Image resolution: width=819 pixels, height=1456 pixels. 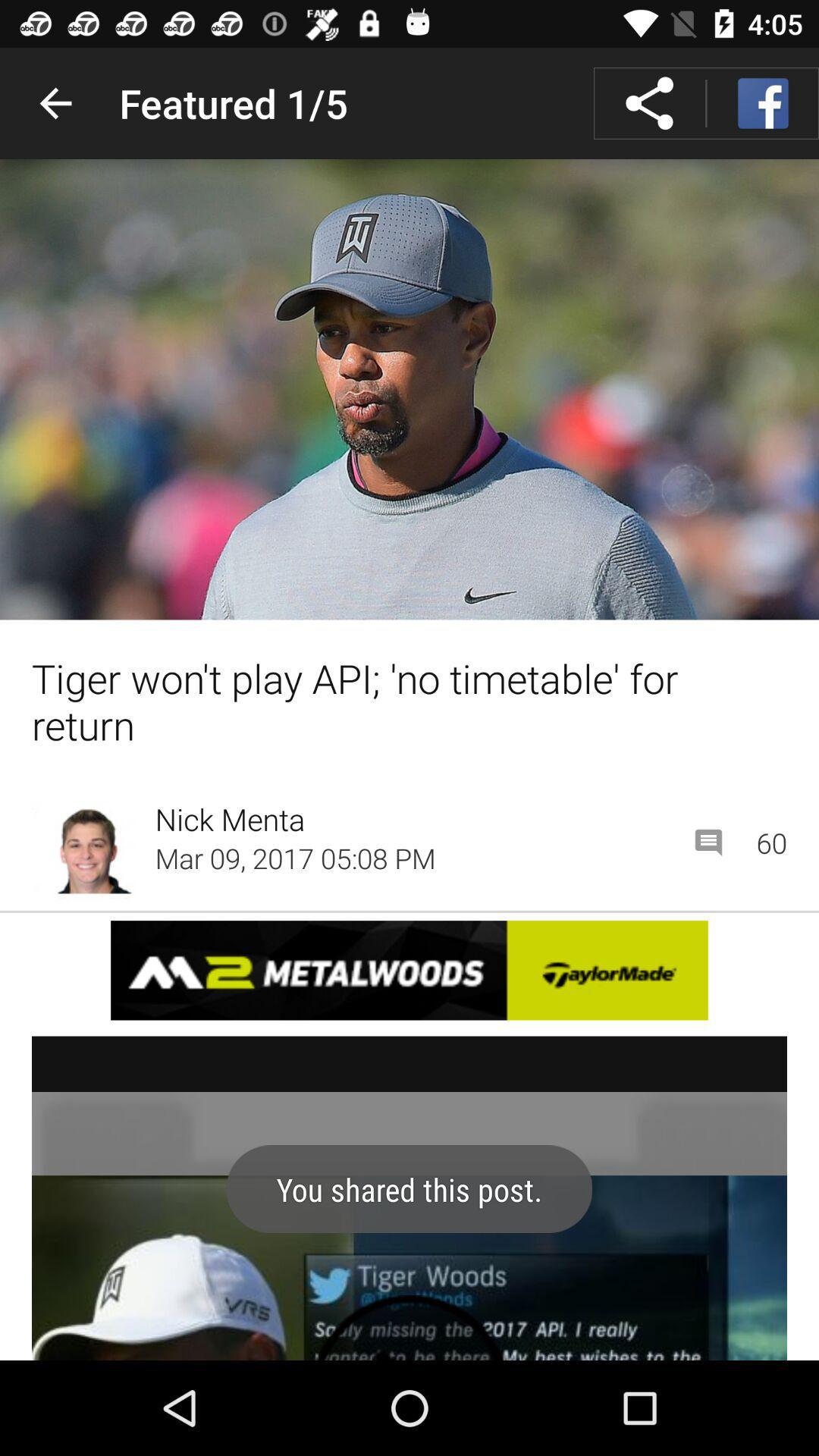 What do you see at coordinates (409, 969) in the screenshot?
I see `advertisement` at bounding box center [409, 969].